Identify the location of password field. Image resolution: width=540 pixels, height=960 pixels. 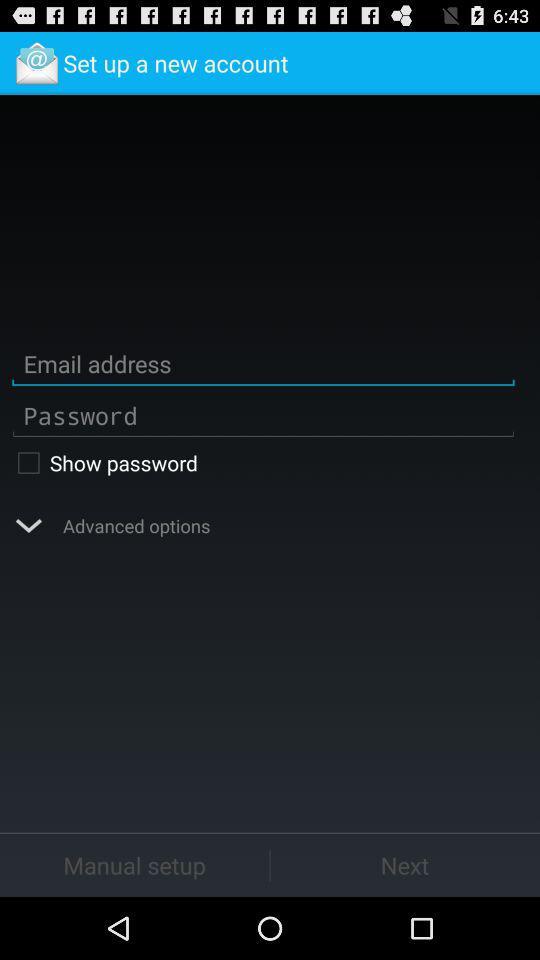
(263, 414).